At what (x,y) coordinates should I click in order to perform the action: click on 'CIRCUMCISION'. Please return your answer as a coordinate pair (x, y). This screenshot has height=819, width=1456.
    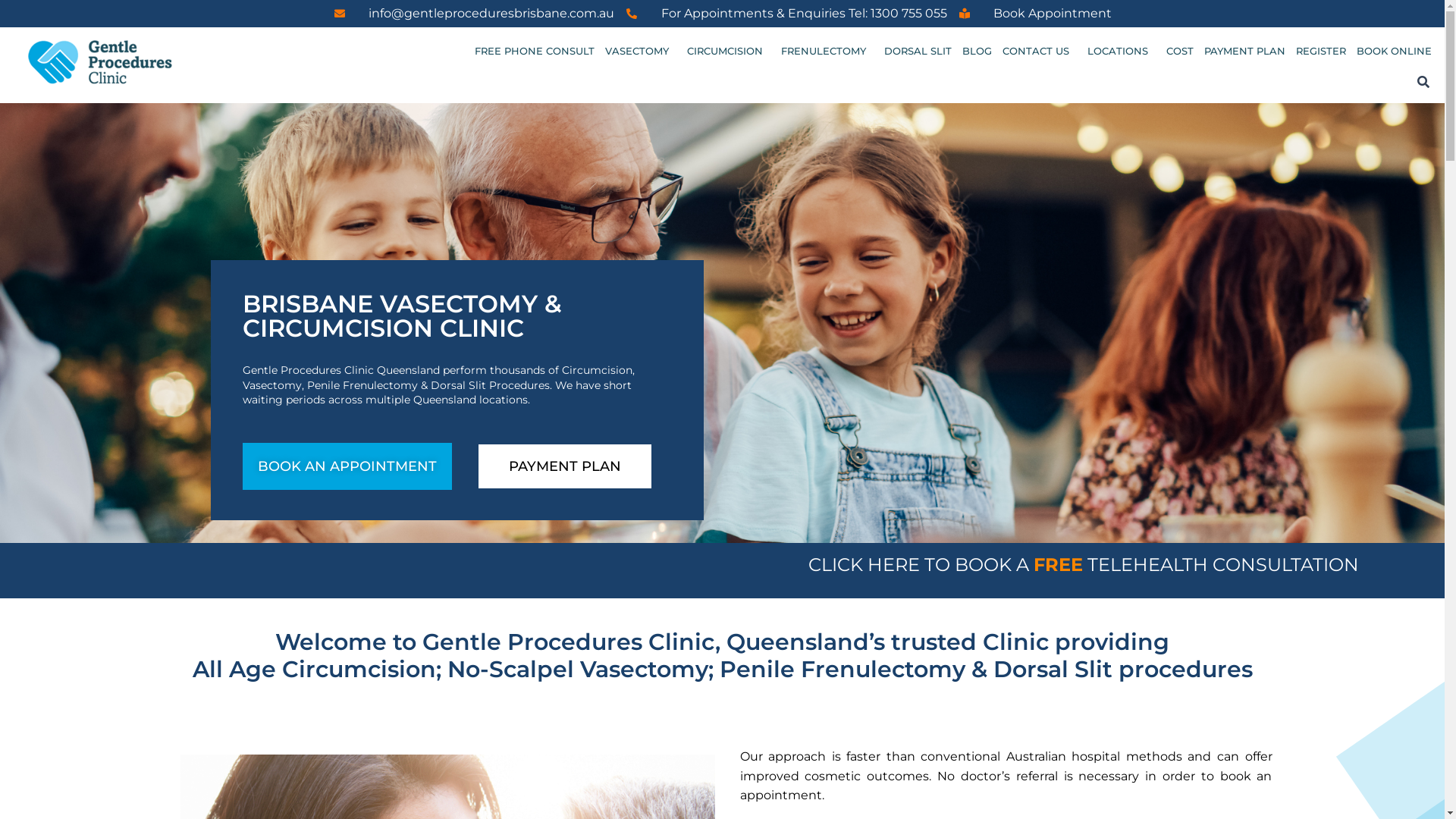
    Looking at the image, I should click on (728, 50).